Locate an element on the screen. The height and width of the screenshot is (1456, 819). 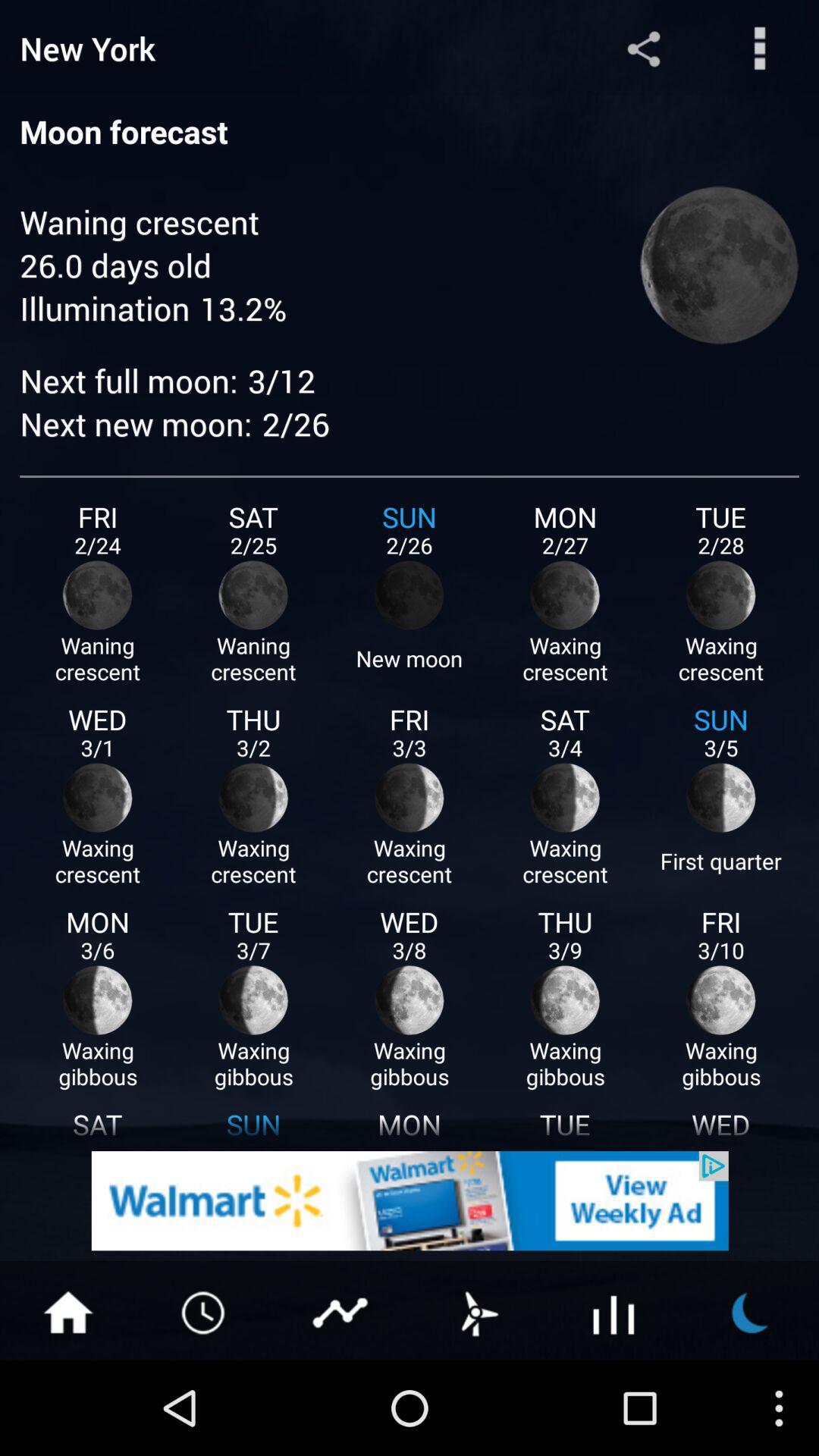
details about advertisement is located at coordinates (409, 1200).